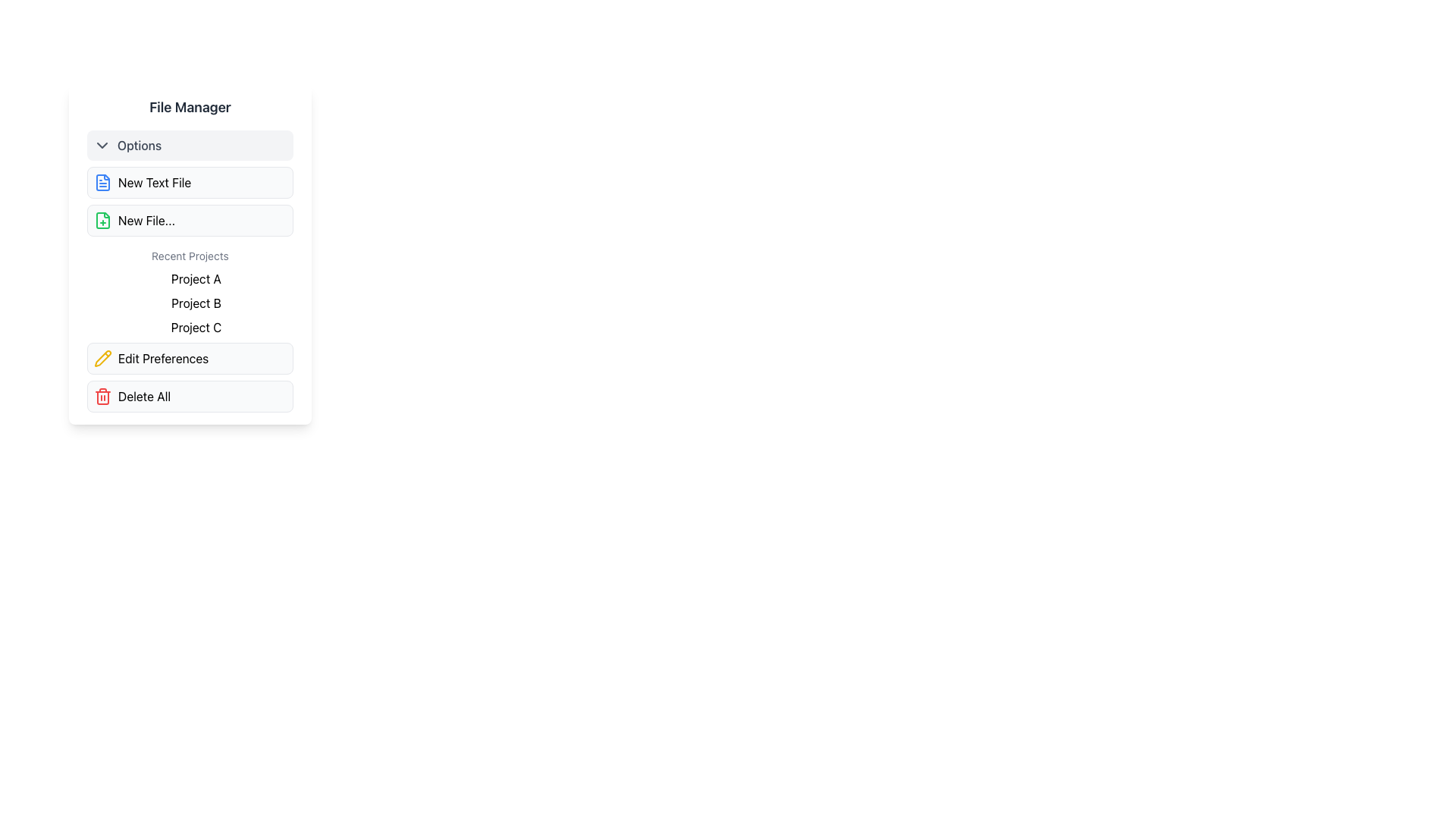  What do you see at coordinates (102, 181) in the screenshot?
I see `the blue document icon with horizontal lines located to the left of the 'New Text File' button in the 'Options' section of the 'File Manager'` at bounding box center [102, 181].